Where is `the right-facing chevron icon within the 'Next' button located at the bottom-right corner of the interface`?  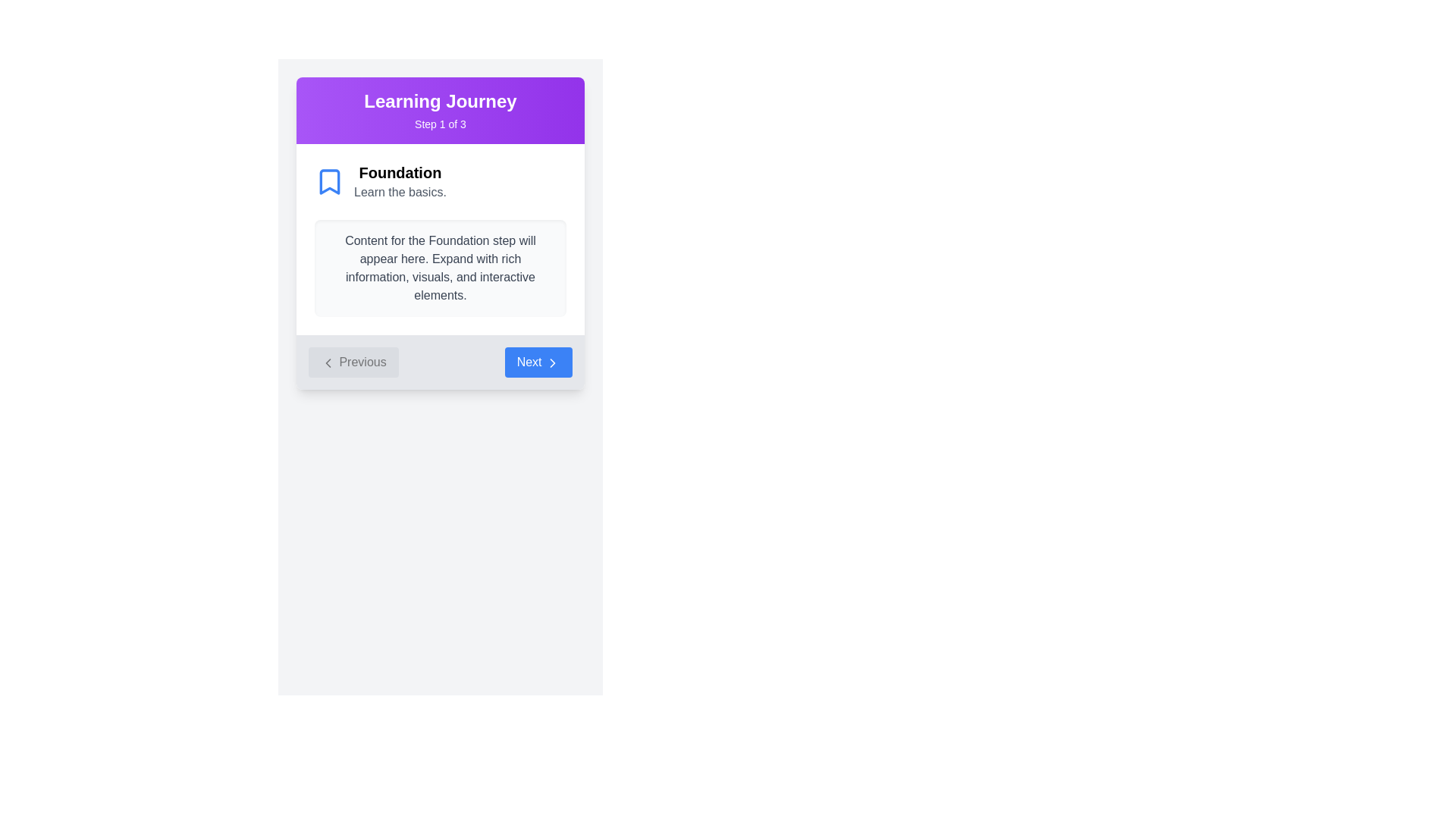
the right-facing chevron icon within the 'Next' button located at the bottom-right corner of the interface is located at coordinates (552, 362).